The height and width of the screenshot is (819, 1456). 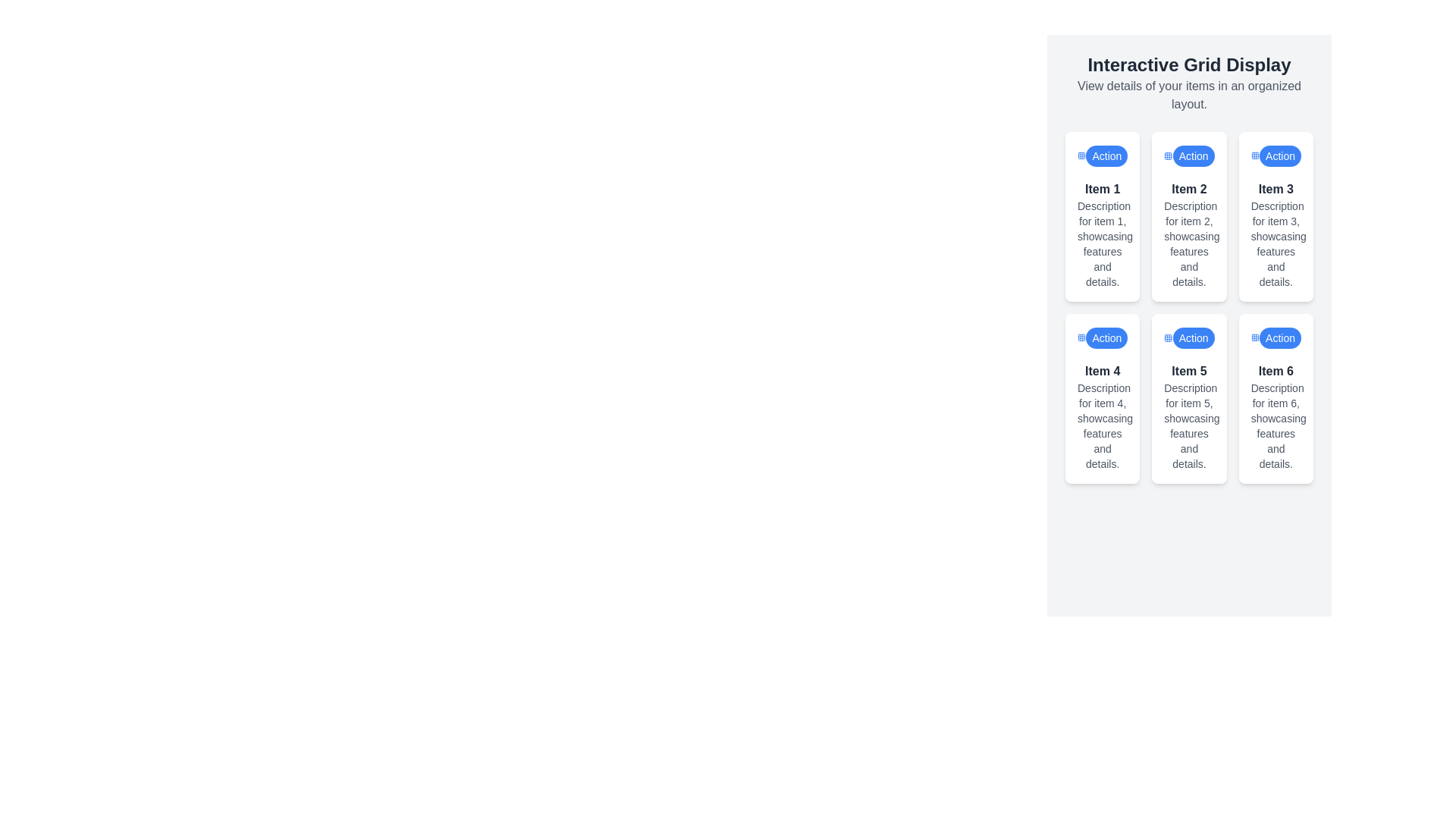 I want to click on the text label in the second row and second column of the card that identifies the item, which is positioned above the description text 'Description for item 5, showcasing features and details.', so click(x=1188, y=371).